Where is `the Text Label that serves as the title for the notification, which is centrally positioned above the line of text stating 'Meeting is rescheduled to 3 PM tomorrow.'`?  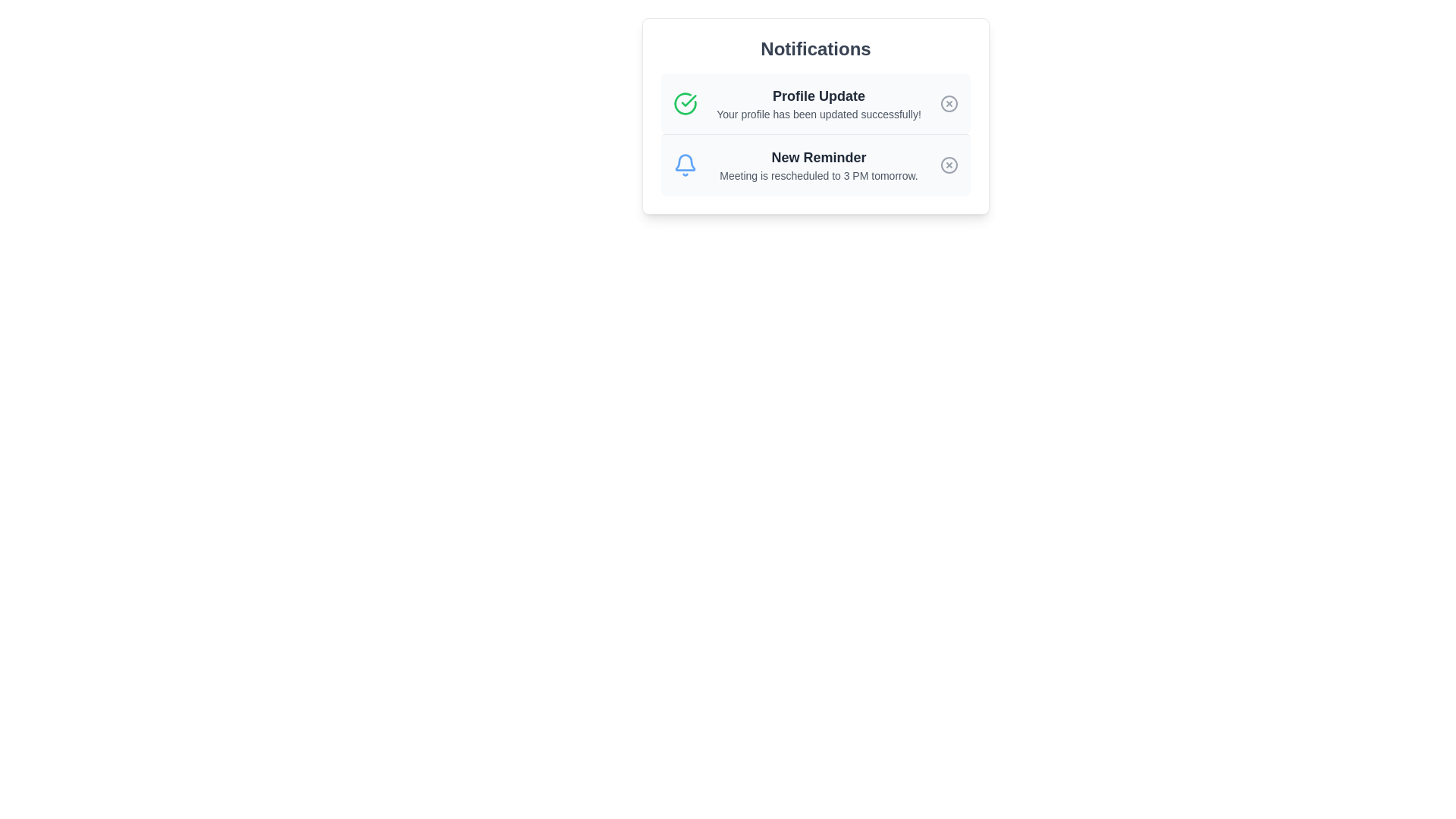 the Text Label that serves as the title for the notification, which is centrally positioned above the line of text stating 'Meeting is rescheduled to 3 PM tomorrow.' is located at coordinates (818, 158).